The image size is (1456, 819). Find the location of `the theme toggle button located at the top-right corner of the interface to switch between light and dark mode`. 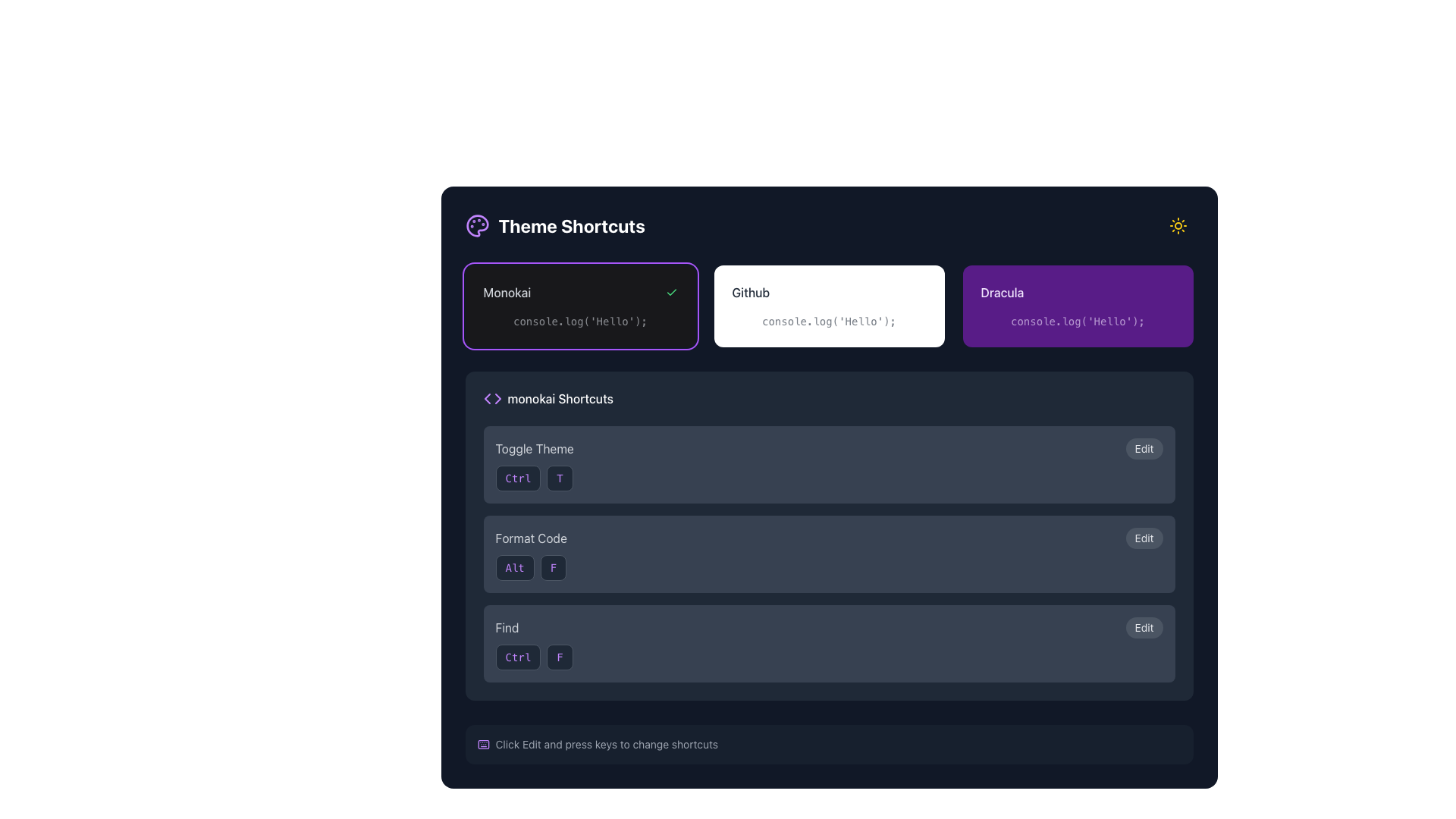

the theme toggle button located at the top-right corner of the interface to switch between light and dark mode is located at coordinates (1177, 225).